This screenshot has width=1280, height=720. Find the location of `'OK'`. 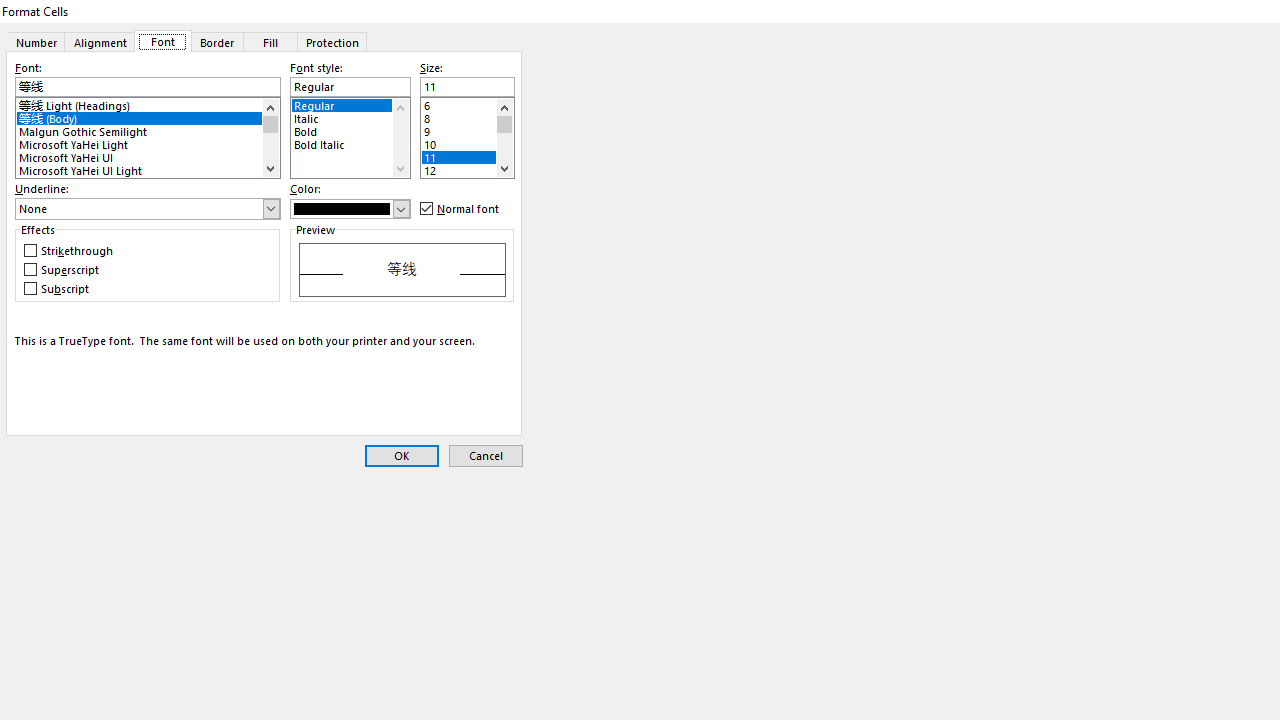

'OK' is located at coordinates (400, 456).